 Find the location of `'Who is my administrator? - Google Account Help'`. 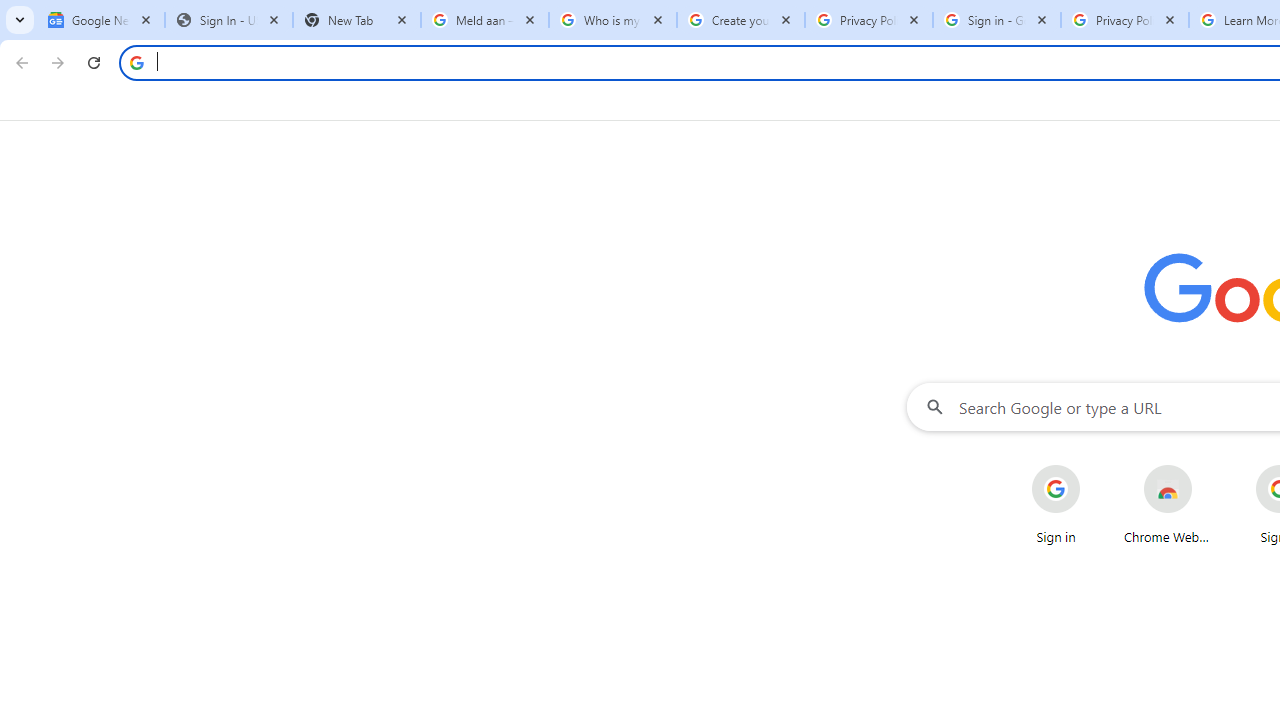

'Who is my administrator? - Google Account Help' is located at coordinates (612, 20).